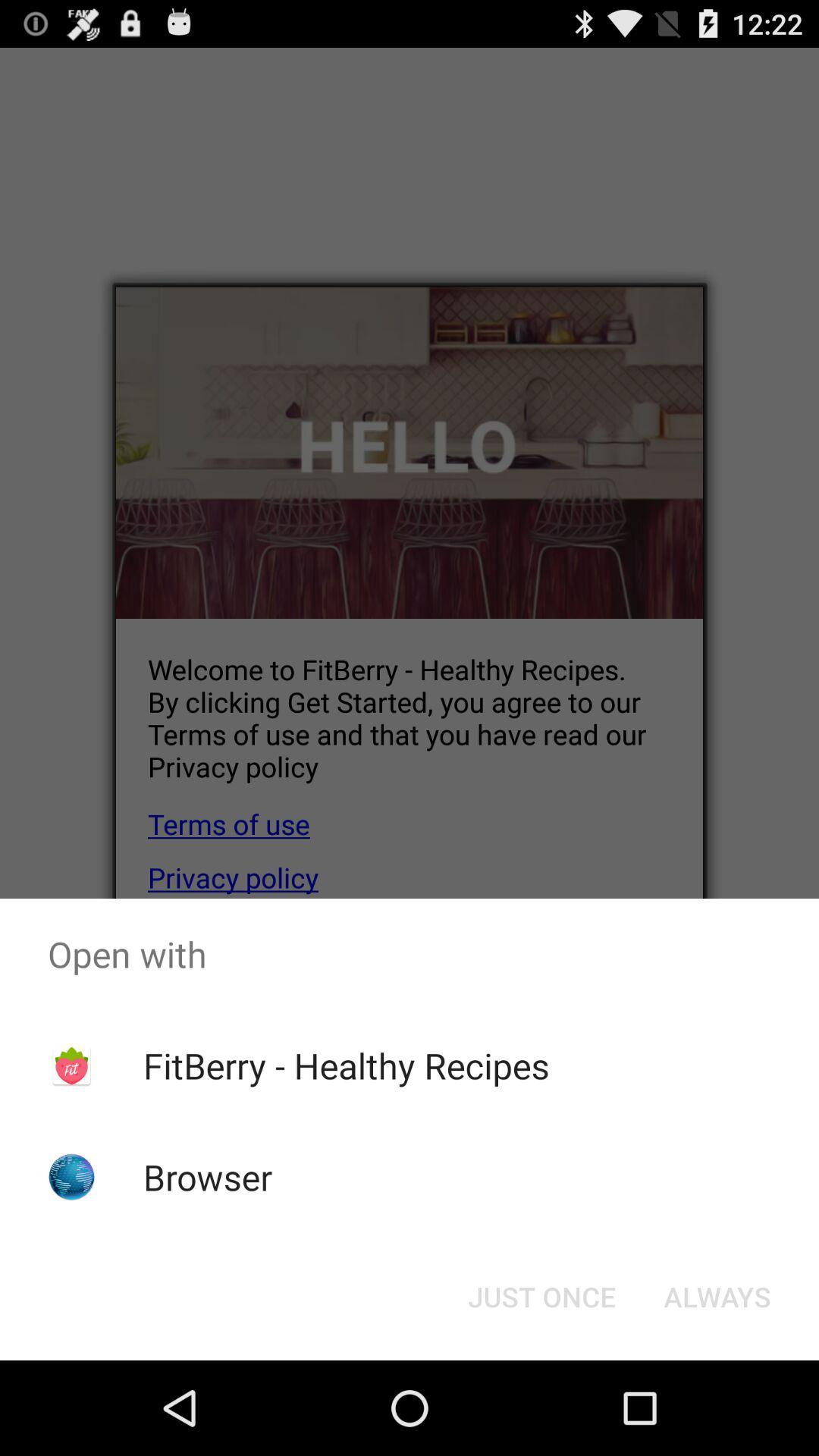 This screenshot has width=819, height=1456. What do you see at coordinates (208, 1176) in the screenshot?
I see `browser item` at bounding box center [208, 1176].